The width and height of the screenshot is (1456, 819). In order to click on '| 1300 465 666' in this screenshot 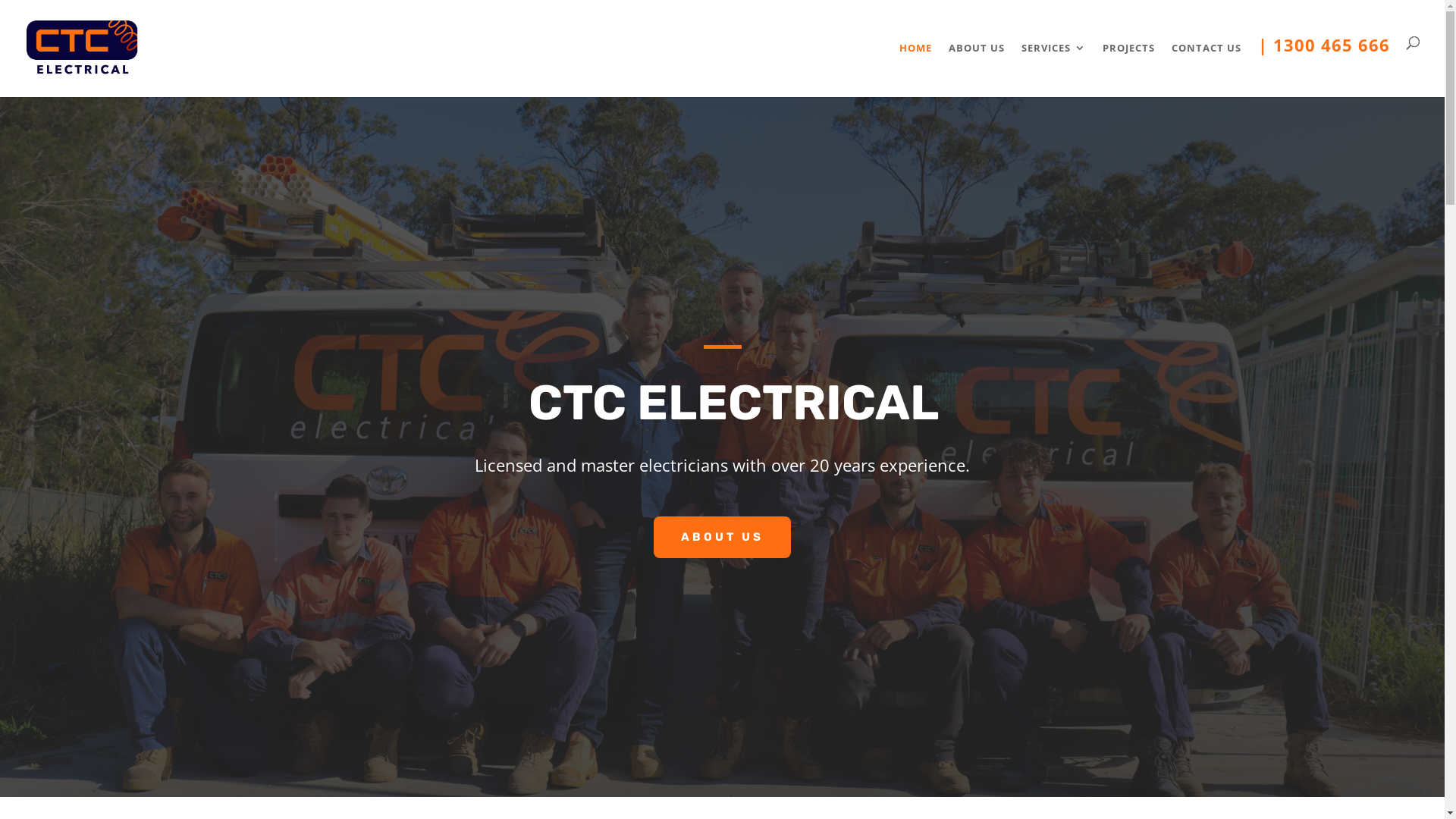, I will do `click(1258, 66)`.